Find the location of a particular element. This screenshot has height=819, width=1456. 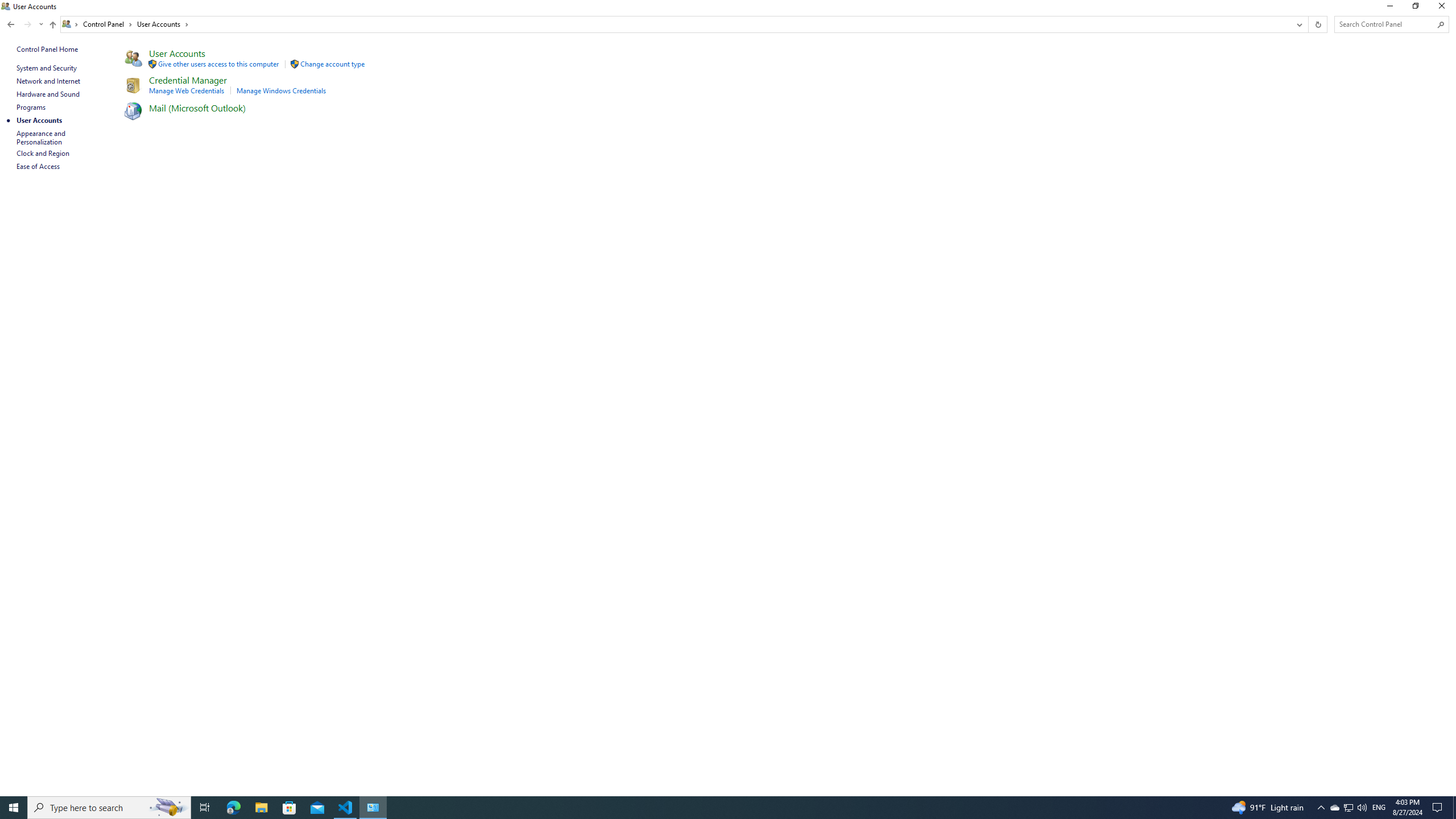

'Icon' is located at coordinates (132, 111).